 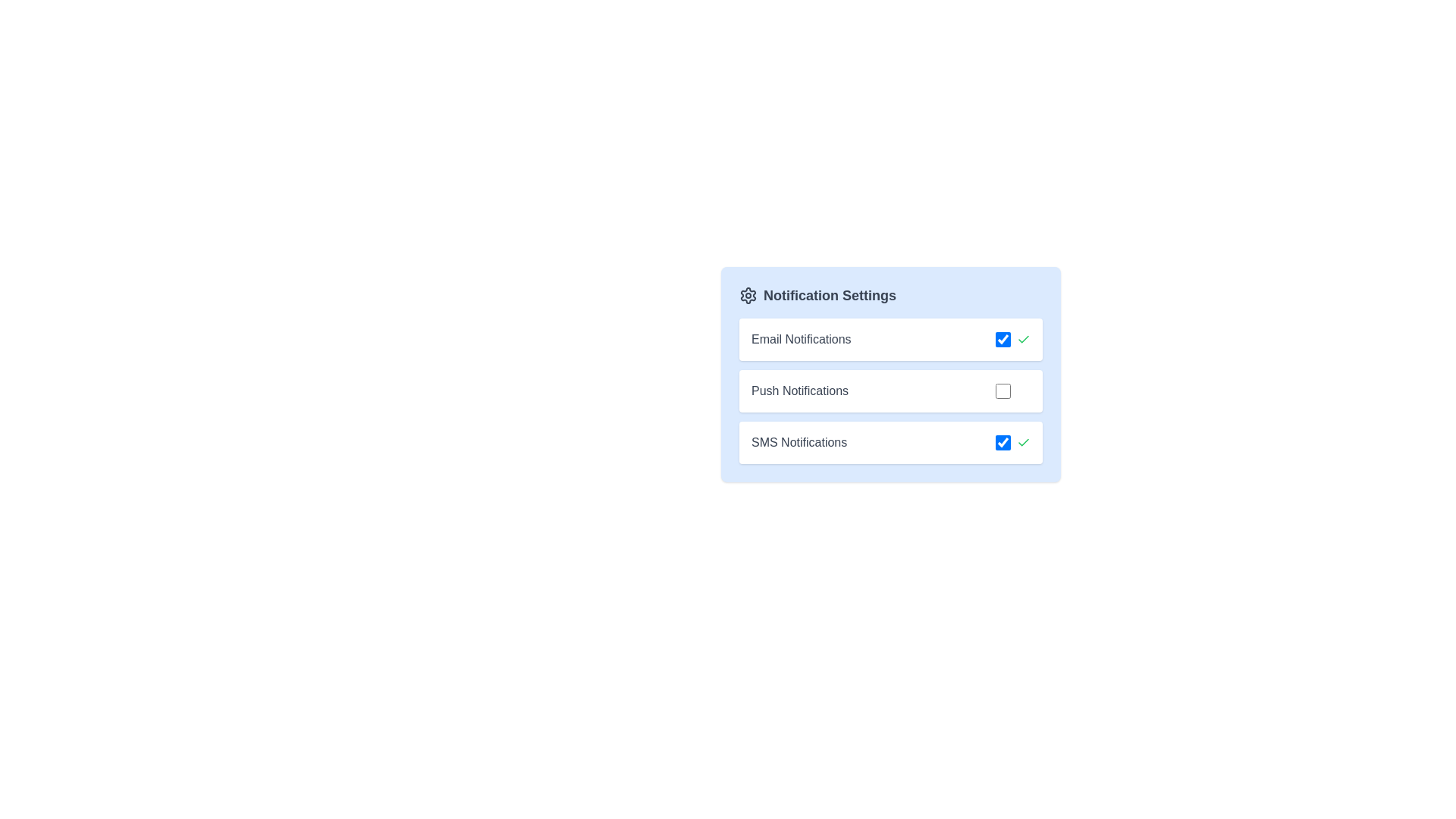 I want to click on gear-shaped icon located to the left of the 'Notification Settings' title for details, so click(x=748, y=295).